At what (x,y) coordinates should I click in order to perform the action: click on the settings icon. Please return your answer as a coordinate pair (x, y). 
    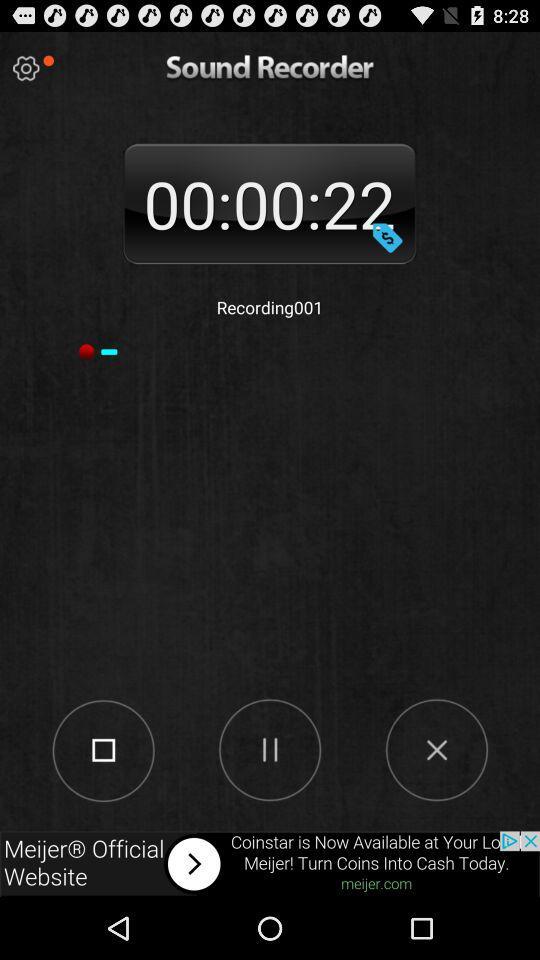
    Looking at the image, I should click on (25, 73).